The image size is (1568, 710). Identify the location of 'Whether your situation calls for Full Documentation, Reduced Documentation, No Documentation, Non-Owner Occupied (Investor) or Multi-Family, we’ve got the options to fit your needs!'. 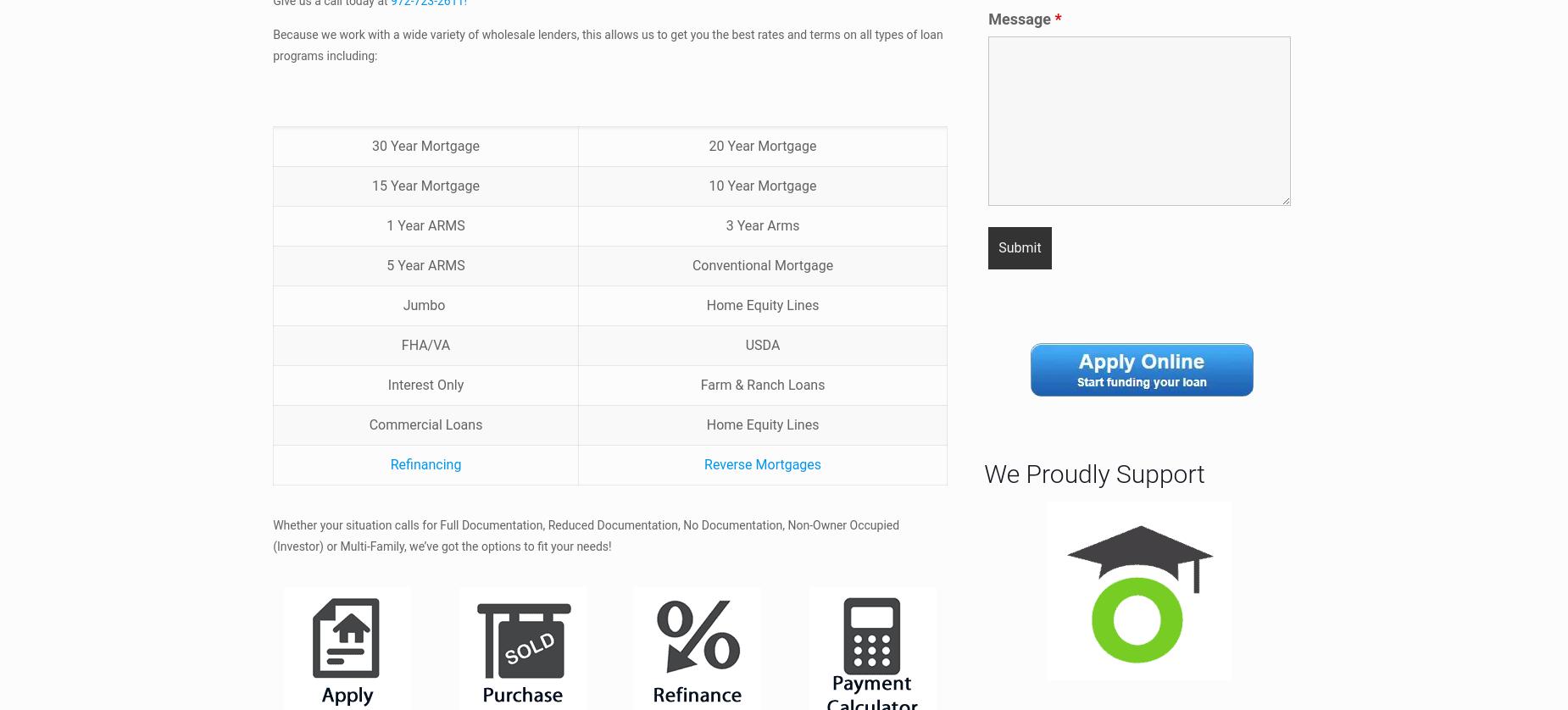
(272, 534).